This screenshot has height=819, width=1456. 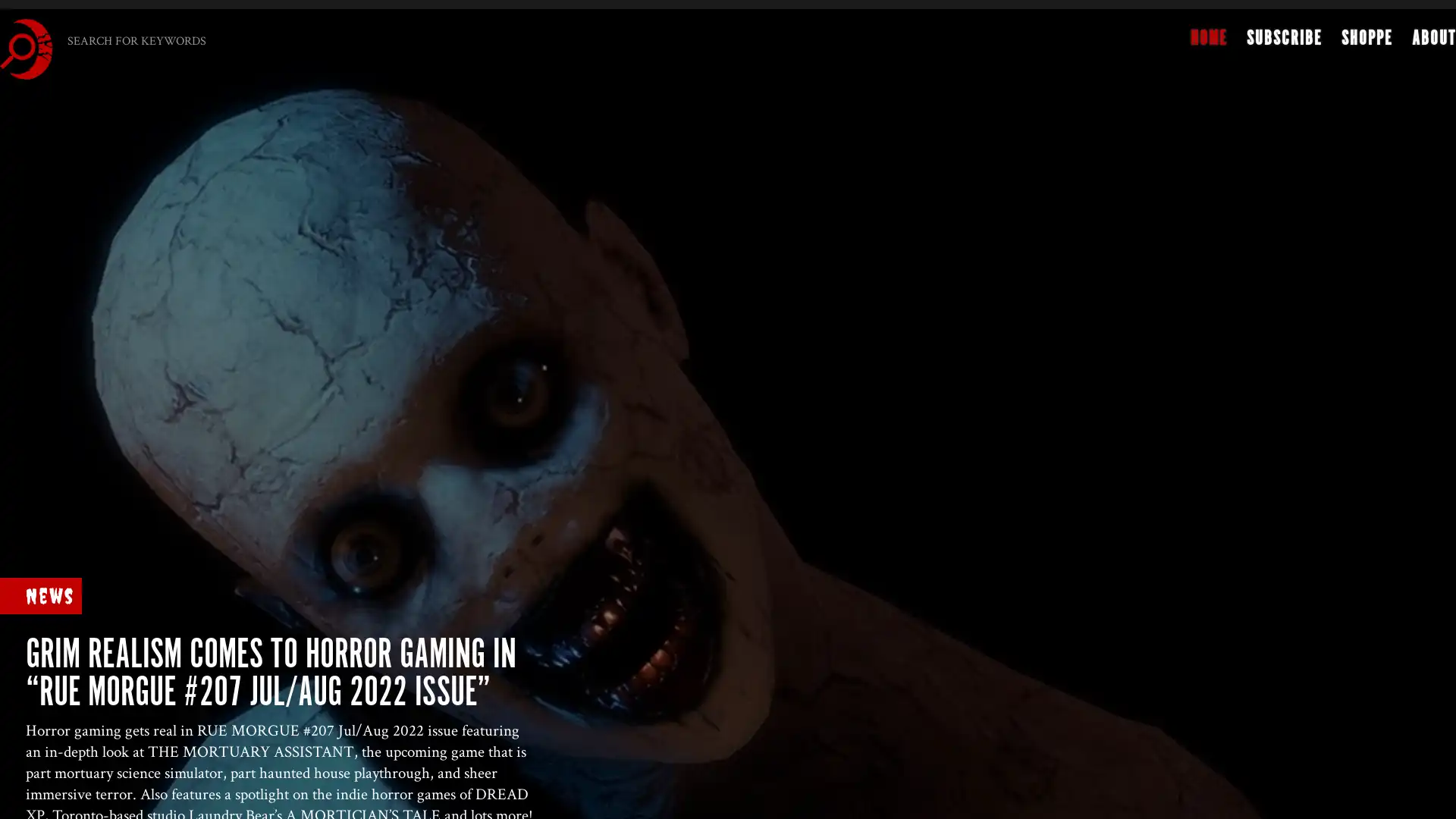 What do you see at coordinates (644, 395) in the screenshot?
I see `NO THANKS` at bounding box center [644, 395].